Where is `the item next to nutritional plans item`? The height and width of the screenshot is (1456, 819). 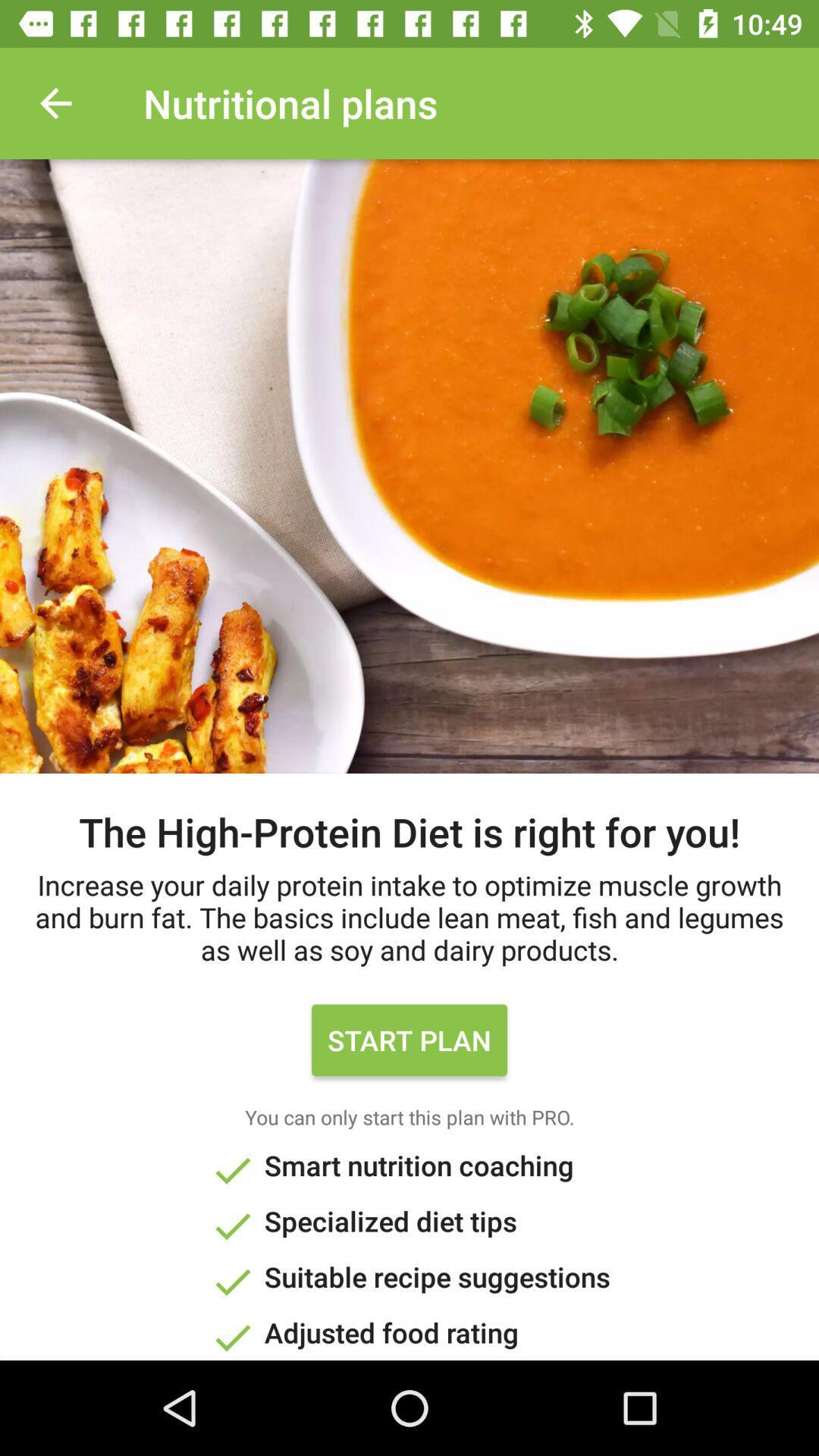 the item next to nutritional plans item is located at coordinates (55, 102).